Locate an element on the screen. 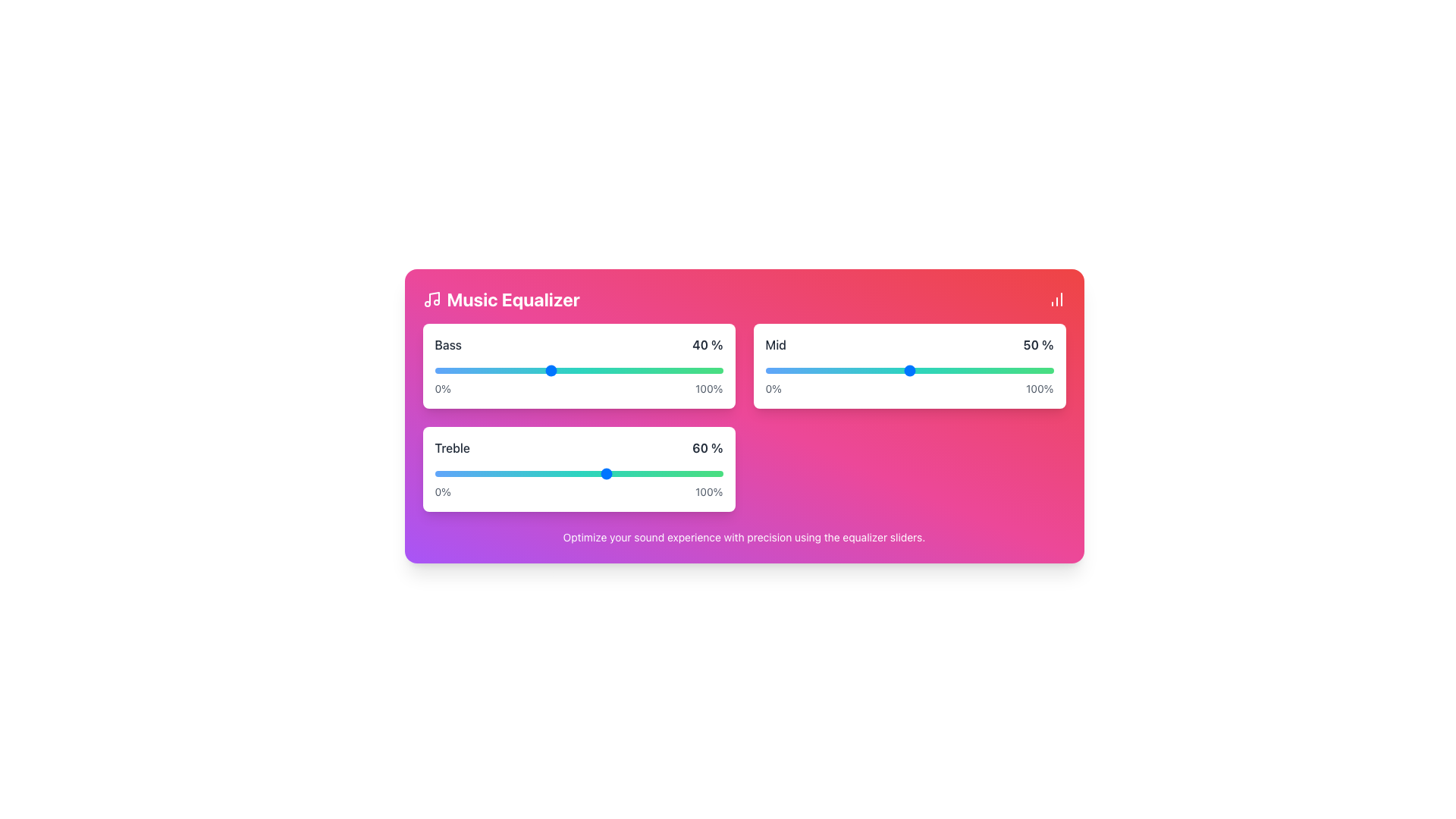 The width and height of the screenshot is (1456, 819). the label text displaying '100%' that is positioned on the far right side of the second slider labeled 'Treble' in a vertically stacked set of equalizers is located at coordinates (708, 491).